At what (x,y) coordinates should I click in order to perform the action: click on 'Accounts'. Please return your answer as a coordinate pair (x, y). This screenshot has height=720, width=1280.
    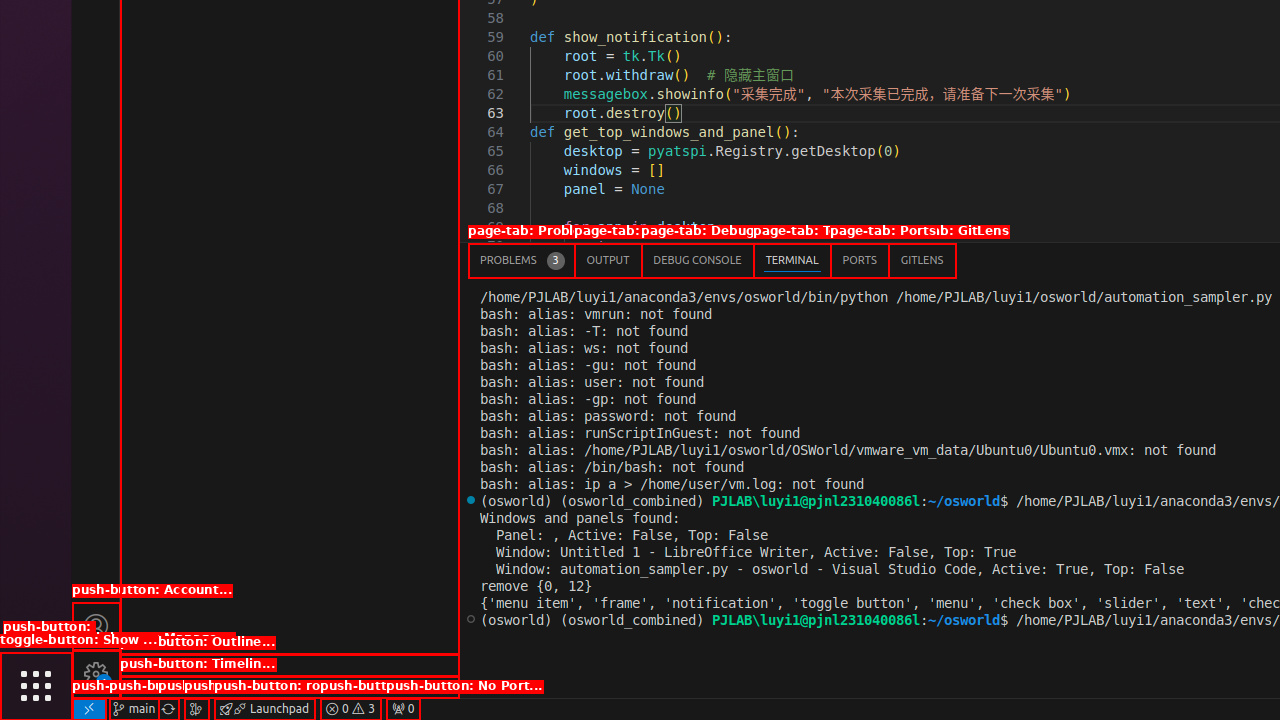
    Looking at the image, I should click on (95, 624).